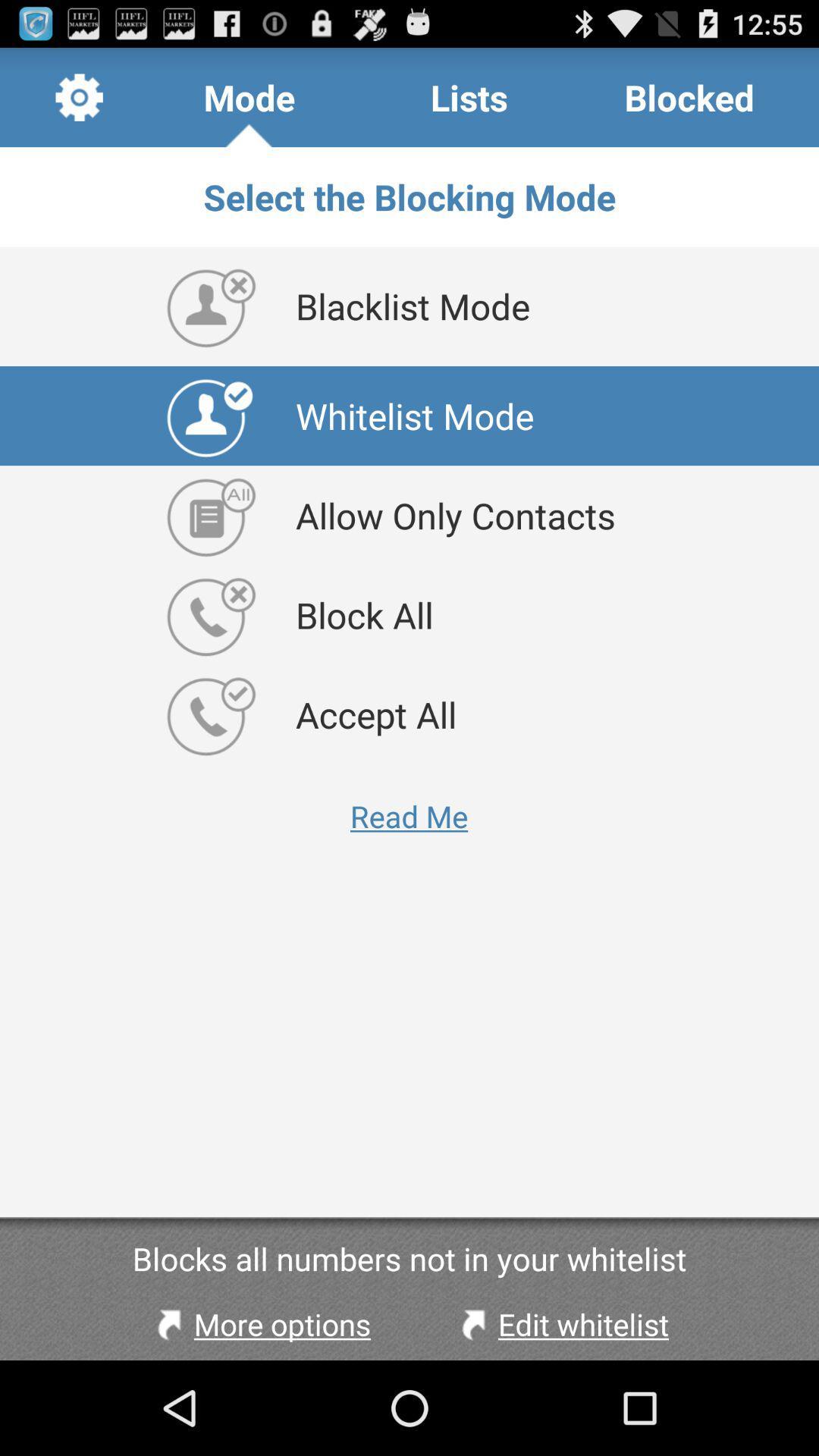  Describe the element at coordinates (561, 1323) in the screenshot. I see `the edit whitelist item` at that location.